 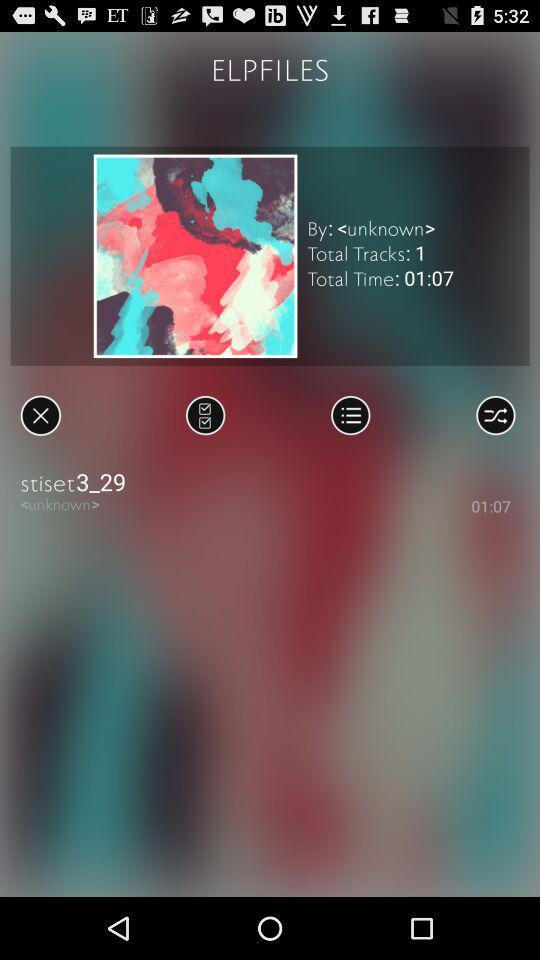 What do you see at coordinates (494, 414) in the screenshot?
I see `settings` at bounding box center [494, 414].